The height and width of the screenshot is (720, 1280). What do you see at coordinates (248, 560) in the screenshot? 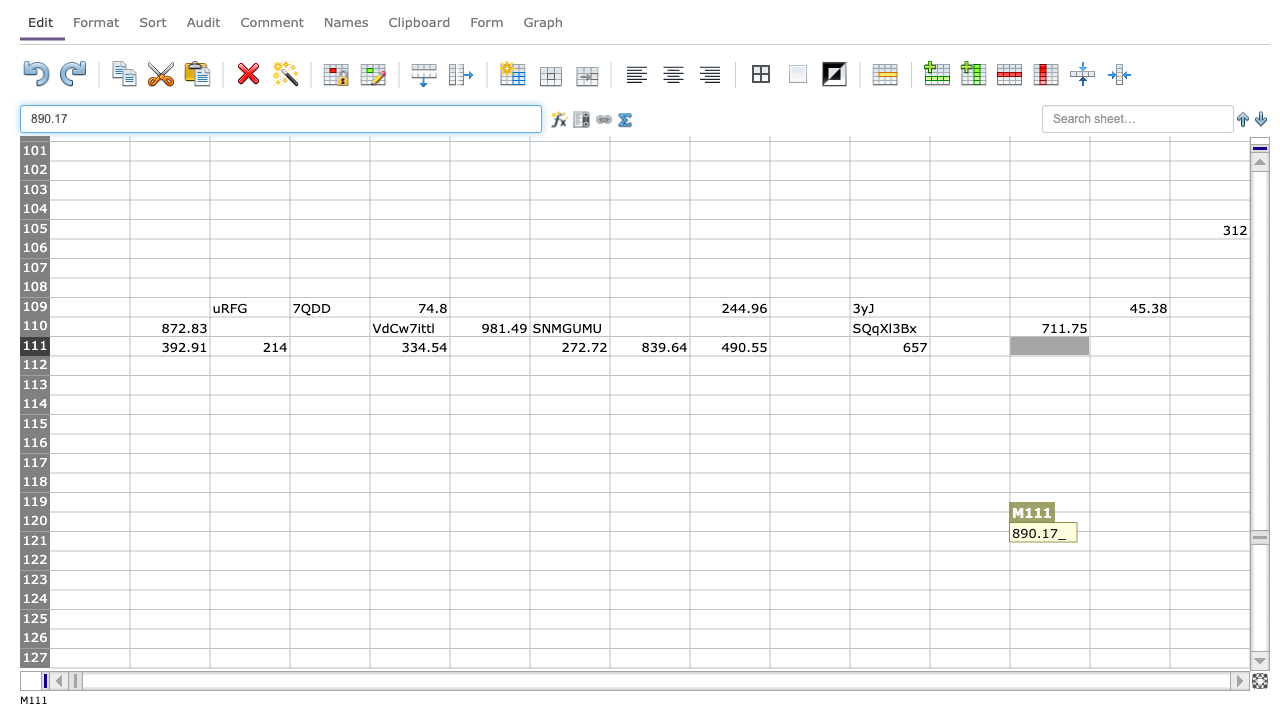
I see `C122` at bounding box center [248, 560].